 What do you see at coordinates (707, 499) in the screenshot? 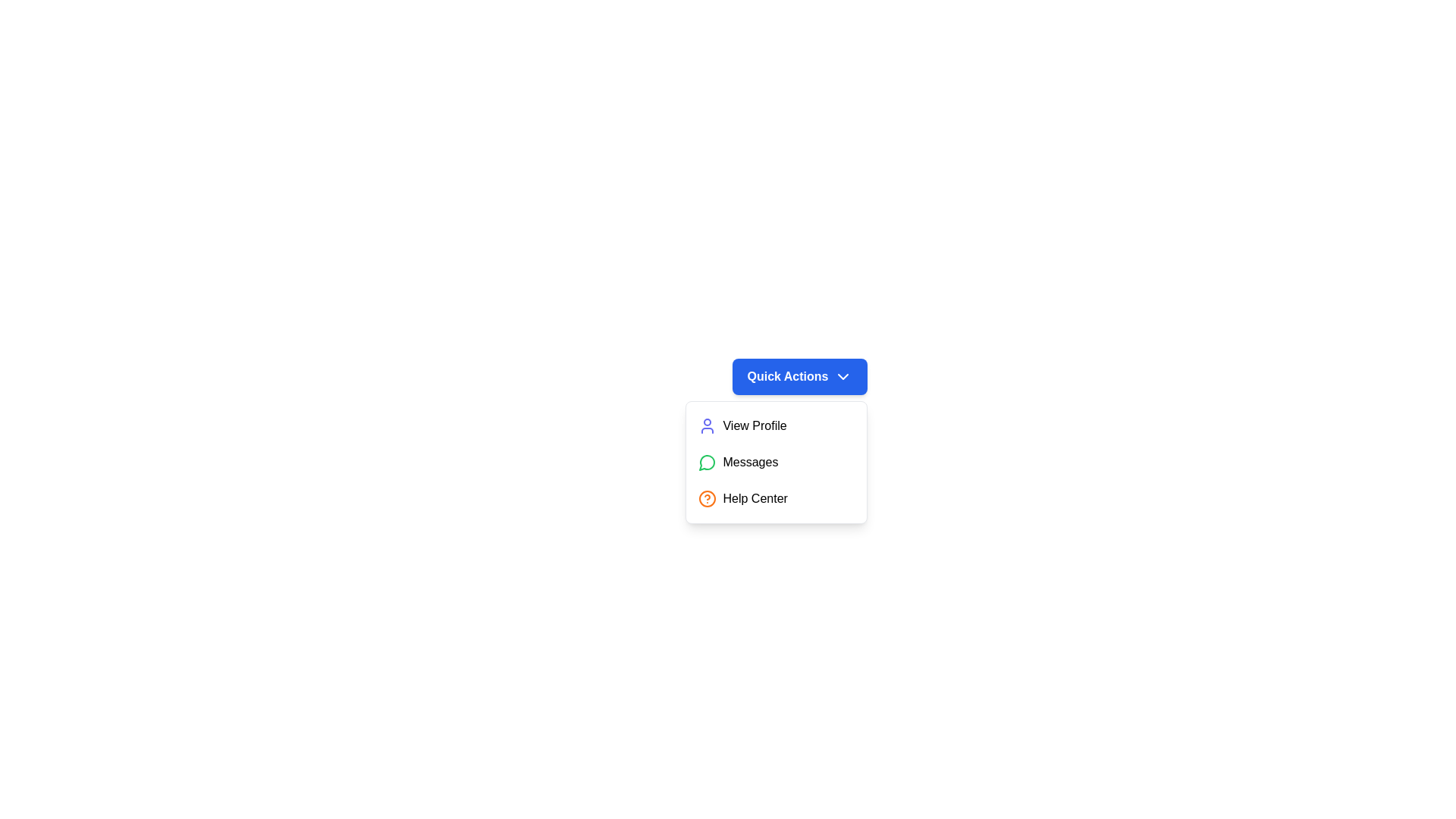
I see `the icon next to the dropdown item labeled 'Help Center'` at bounding box center [707, 499].